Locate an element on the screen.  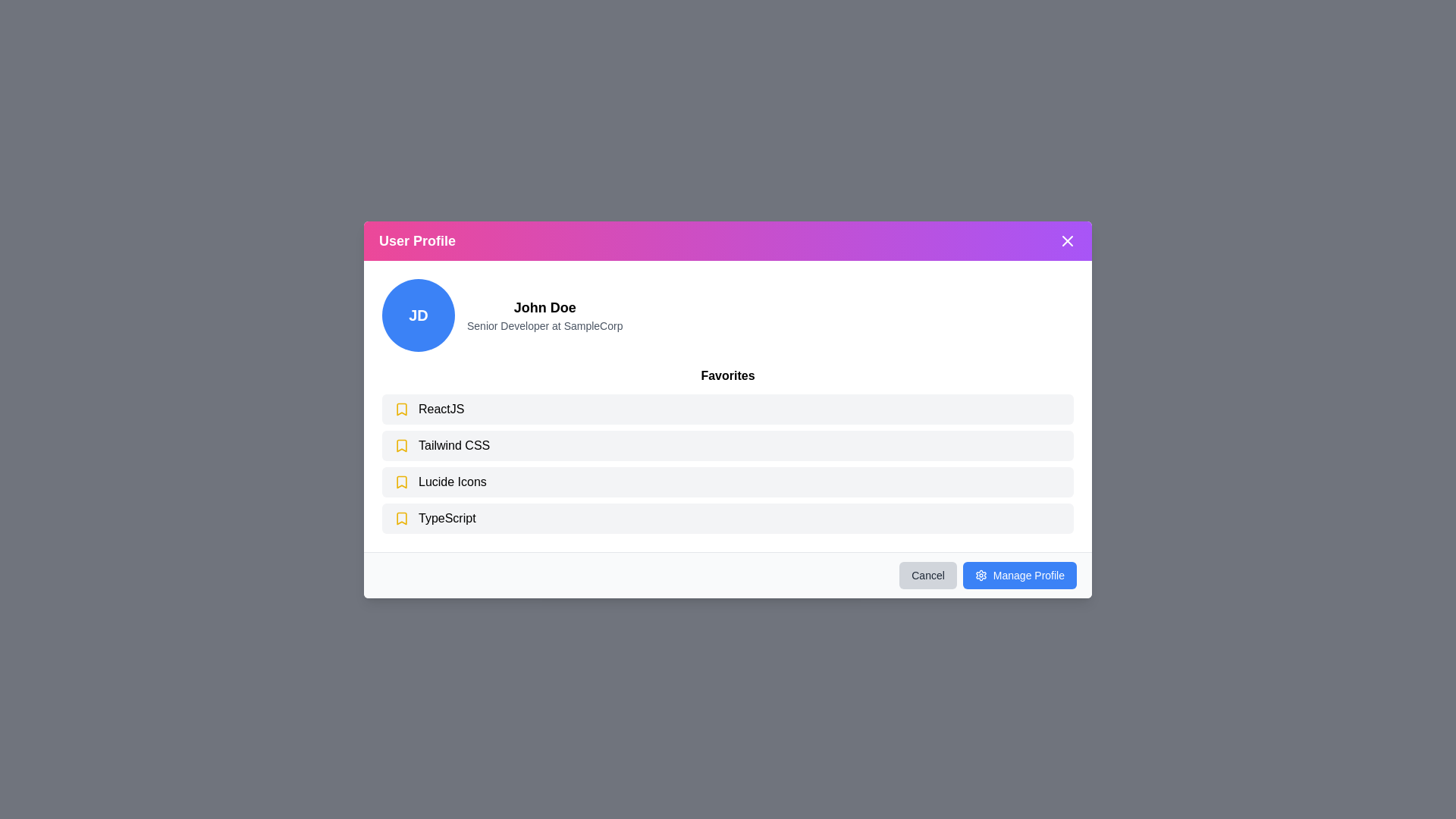
the close button styled as an 'X' icon, which has a white stroke on a purple background, located in the top-right corner of the 'User Profile' header is located at coordinates (1066, 240).